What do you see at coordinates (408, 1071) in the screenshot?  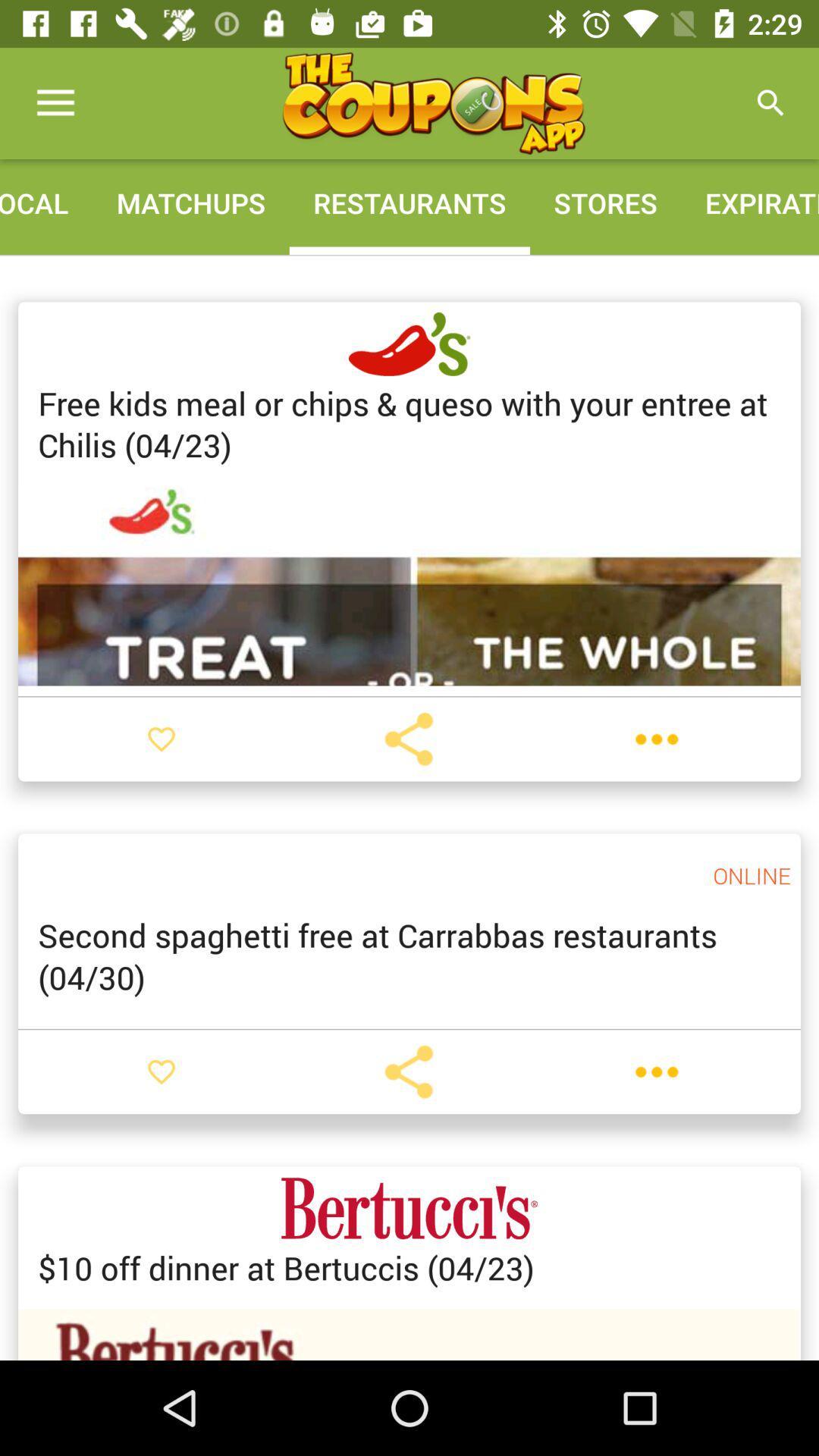 I see `share the coupon` at bounding box center [408, 1071].